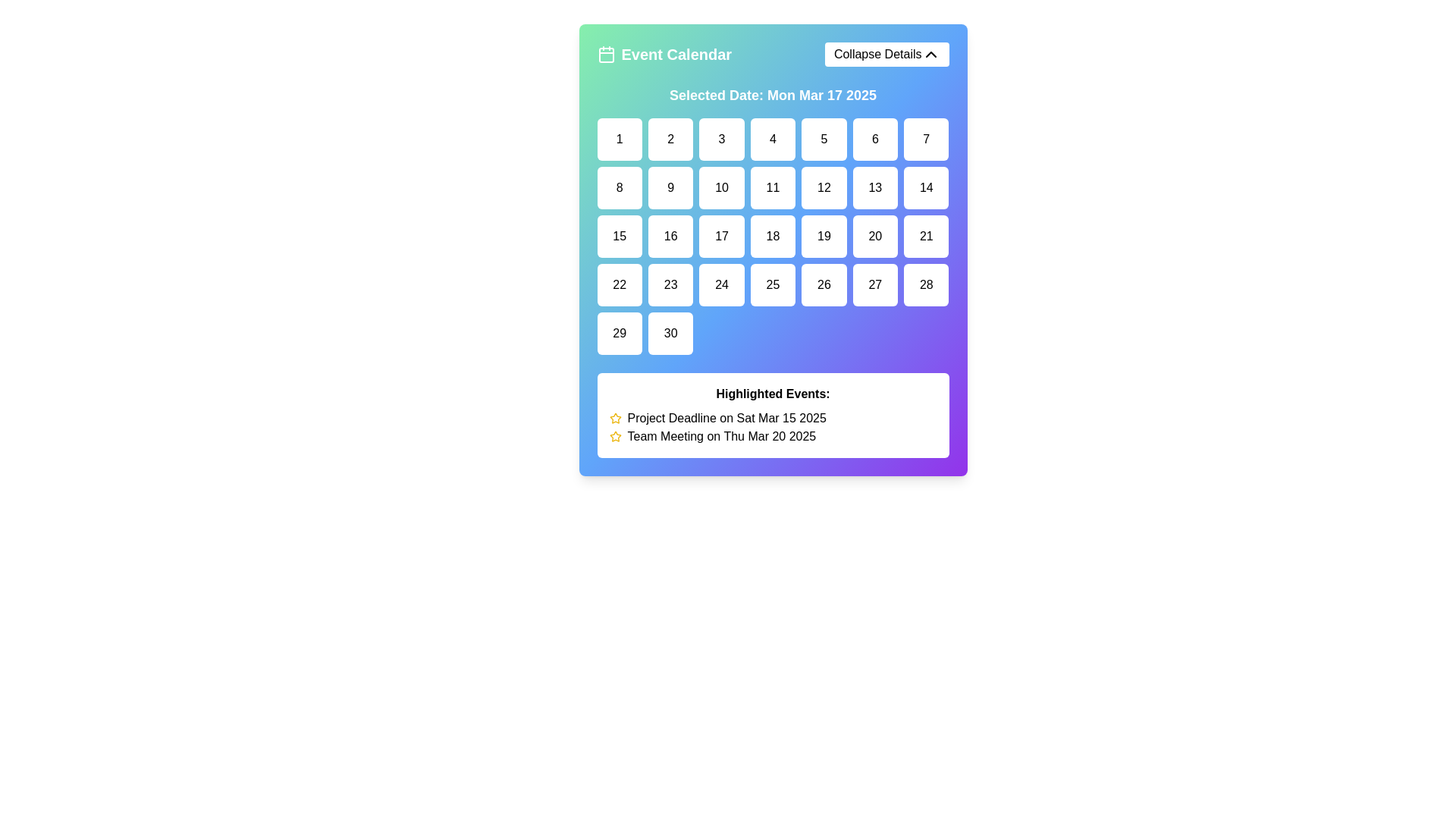 The width and height of the screenshot is (1456, 819). What do you see at coordinates (875, 140) in the screenshot?
I see `the sixth button representing the sixth day in the calendar view located in the top row of a grid` at bounding box center [875, 140].